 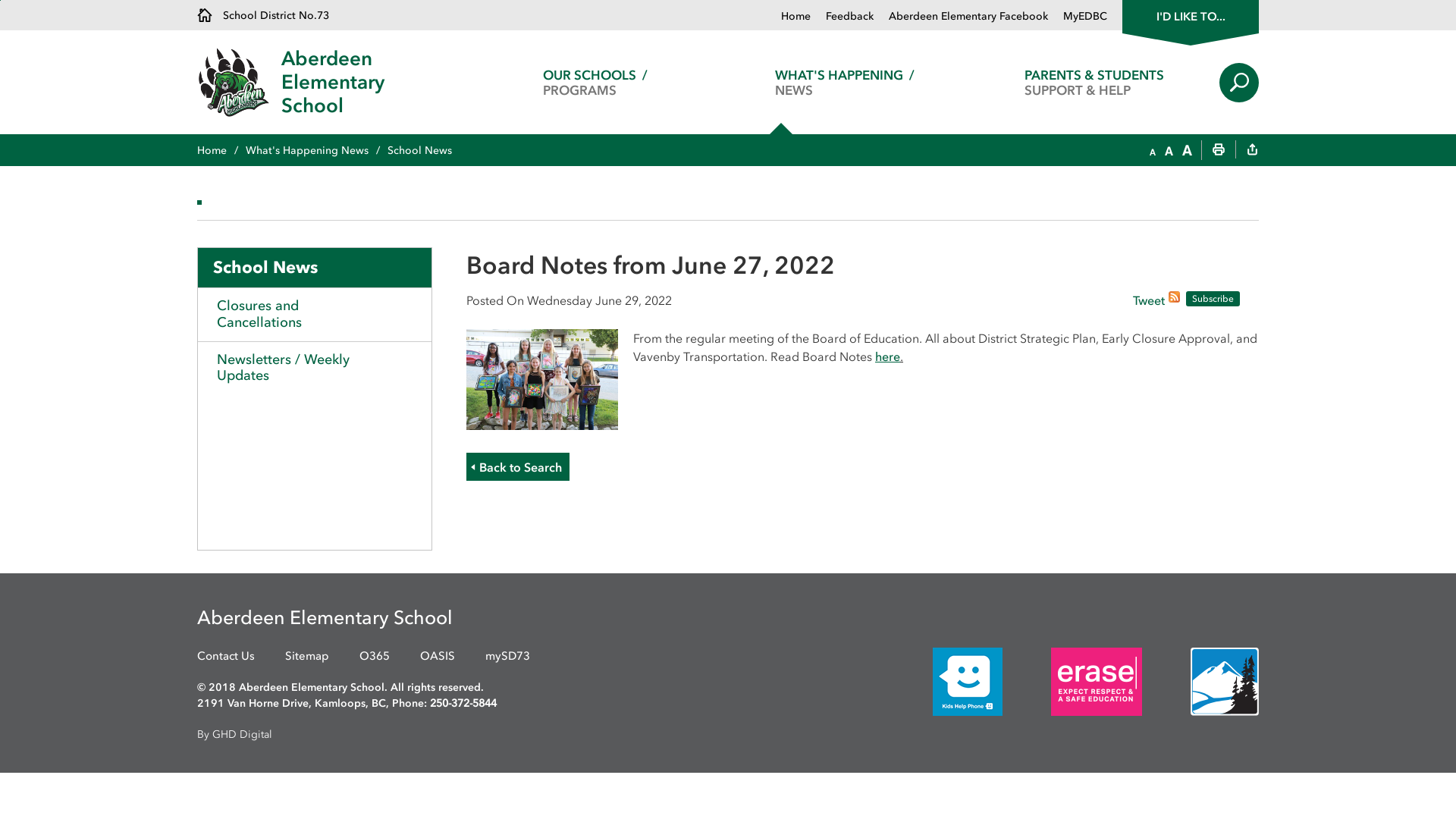 What do you see at coordinates (1149, 301) in the screenshot?
I see `'Tweet'` at bounding box center [1149, 301].